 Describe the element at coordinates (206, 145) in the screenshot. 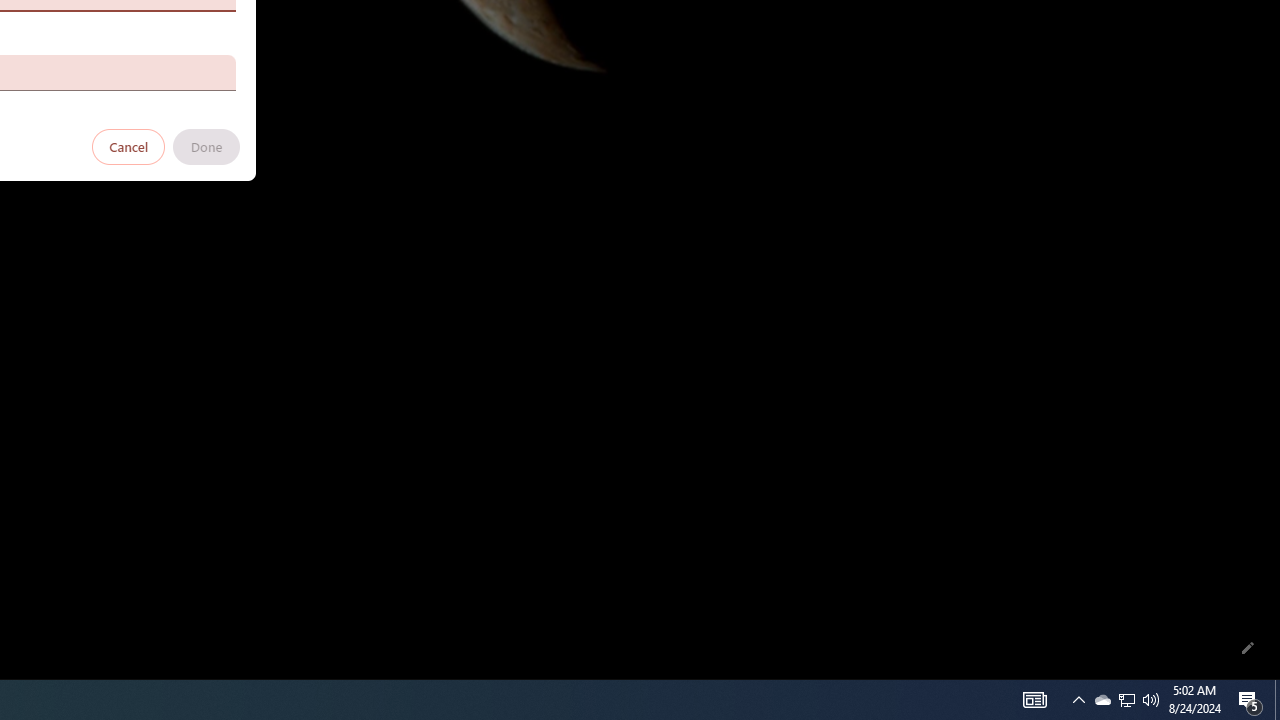

I see `'Done'` at that location.